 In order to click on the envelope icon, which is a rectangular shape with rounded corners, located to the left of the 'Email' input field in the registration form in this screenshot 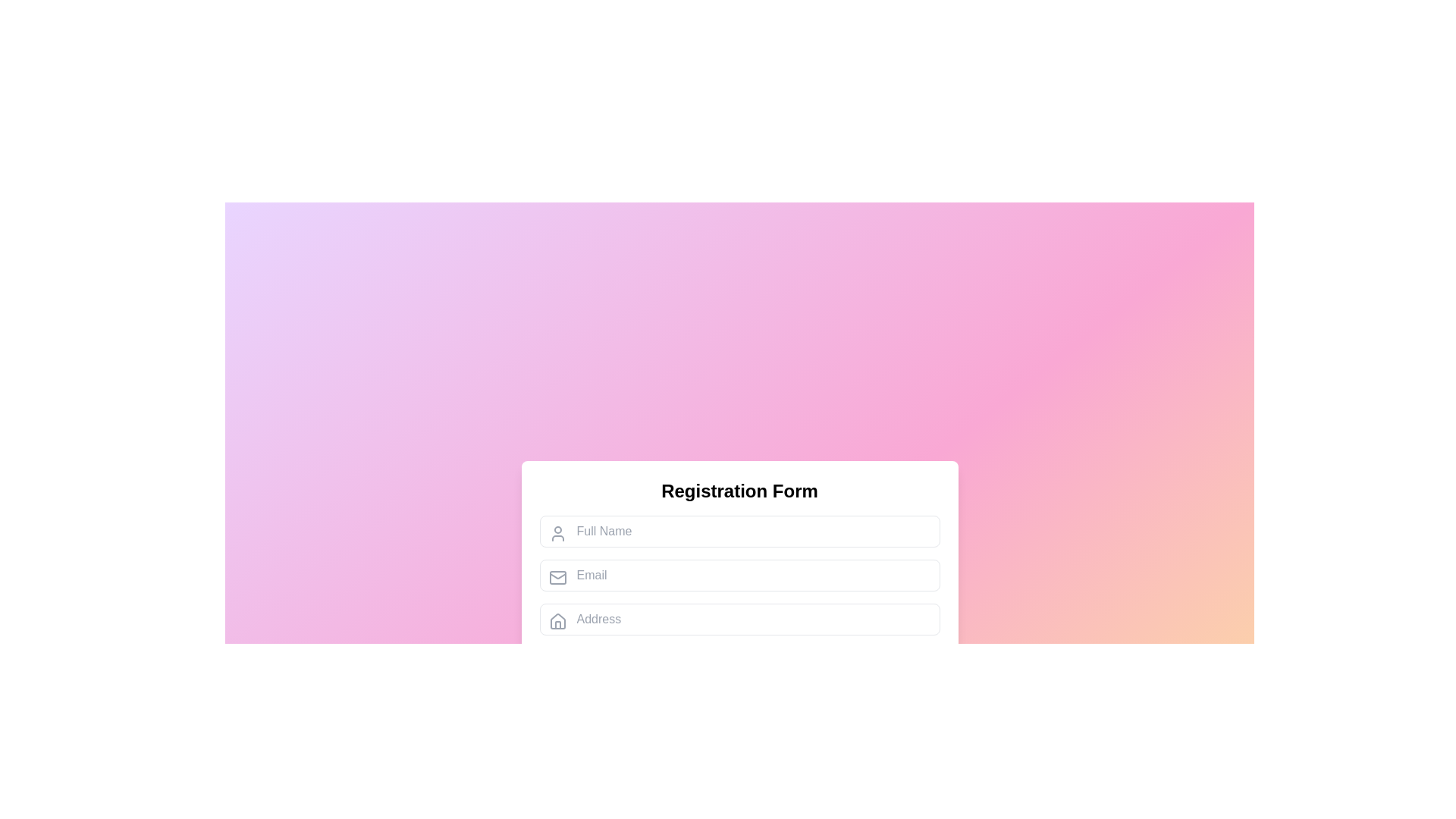, I will do `click(557, 577)`.